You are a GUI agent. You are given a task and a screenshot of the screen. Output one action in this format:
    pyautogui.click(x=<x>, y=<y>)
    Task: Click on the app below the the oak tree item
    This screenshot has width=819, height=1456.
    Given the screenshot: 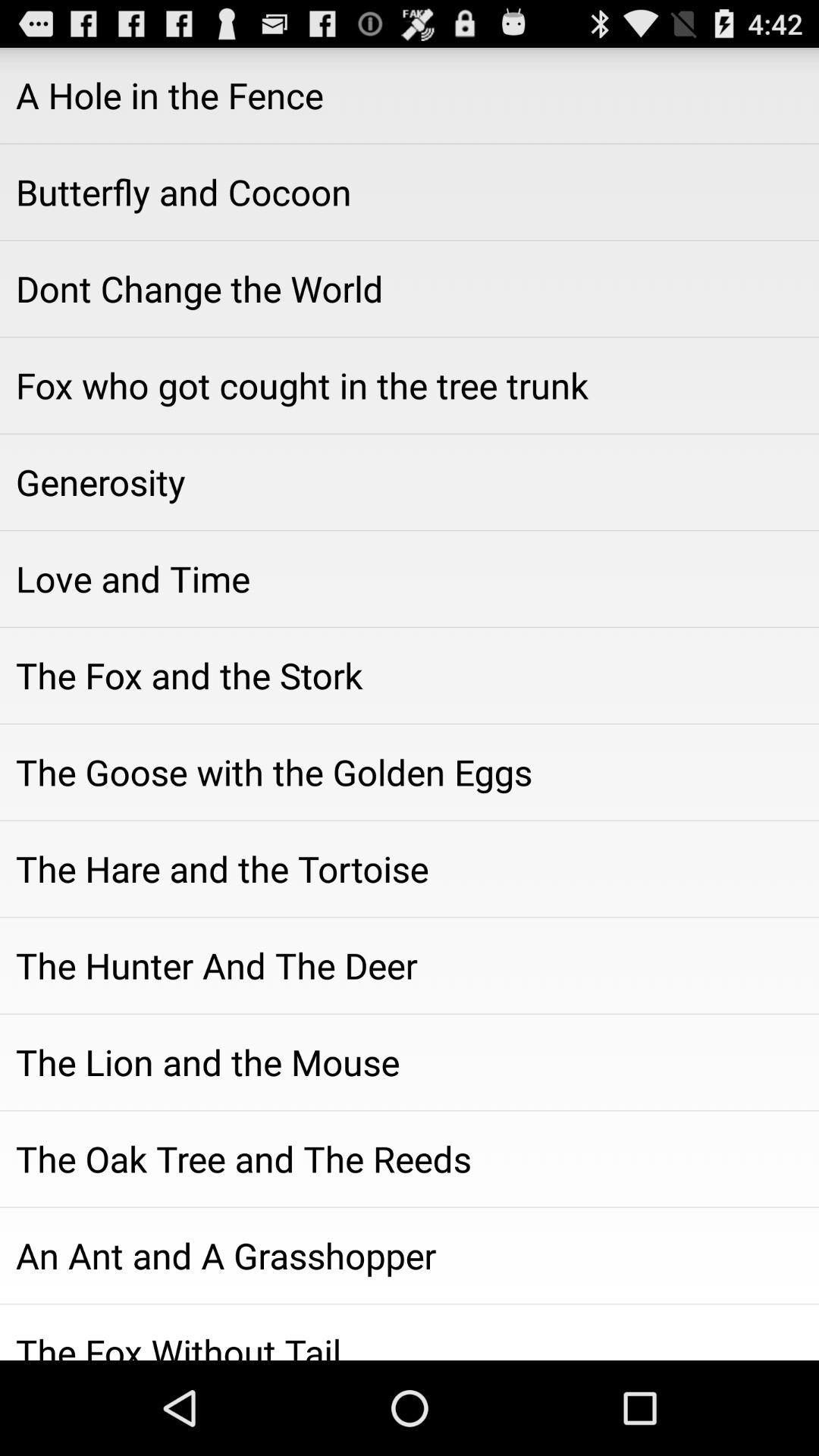 What is the action you would take?
    pyautogui.click(x=409, y=1256)
    